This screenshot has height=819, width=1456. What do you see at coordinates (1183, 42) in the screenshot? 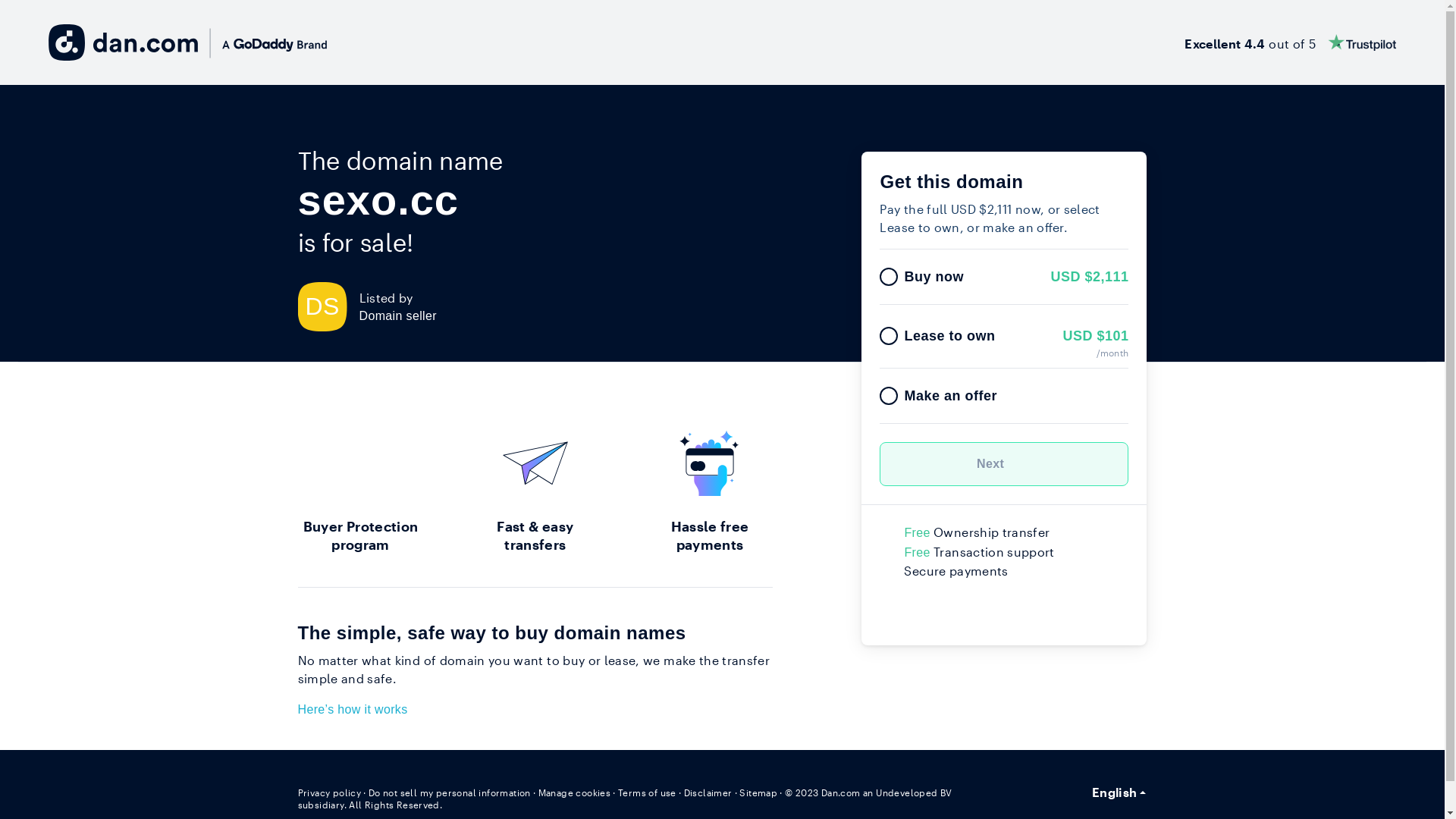
I see `'Excellent 4.4 out of 5'` at bounding box center [1183, 42].